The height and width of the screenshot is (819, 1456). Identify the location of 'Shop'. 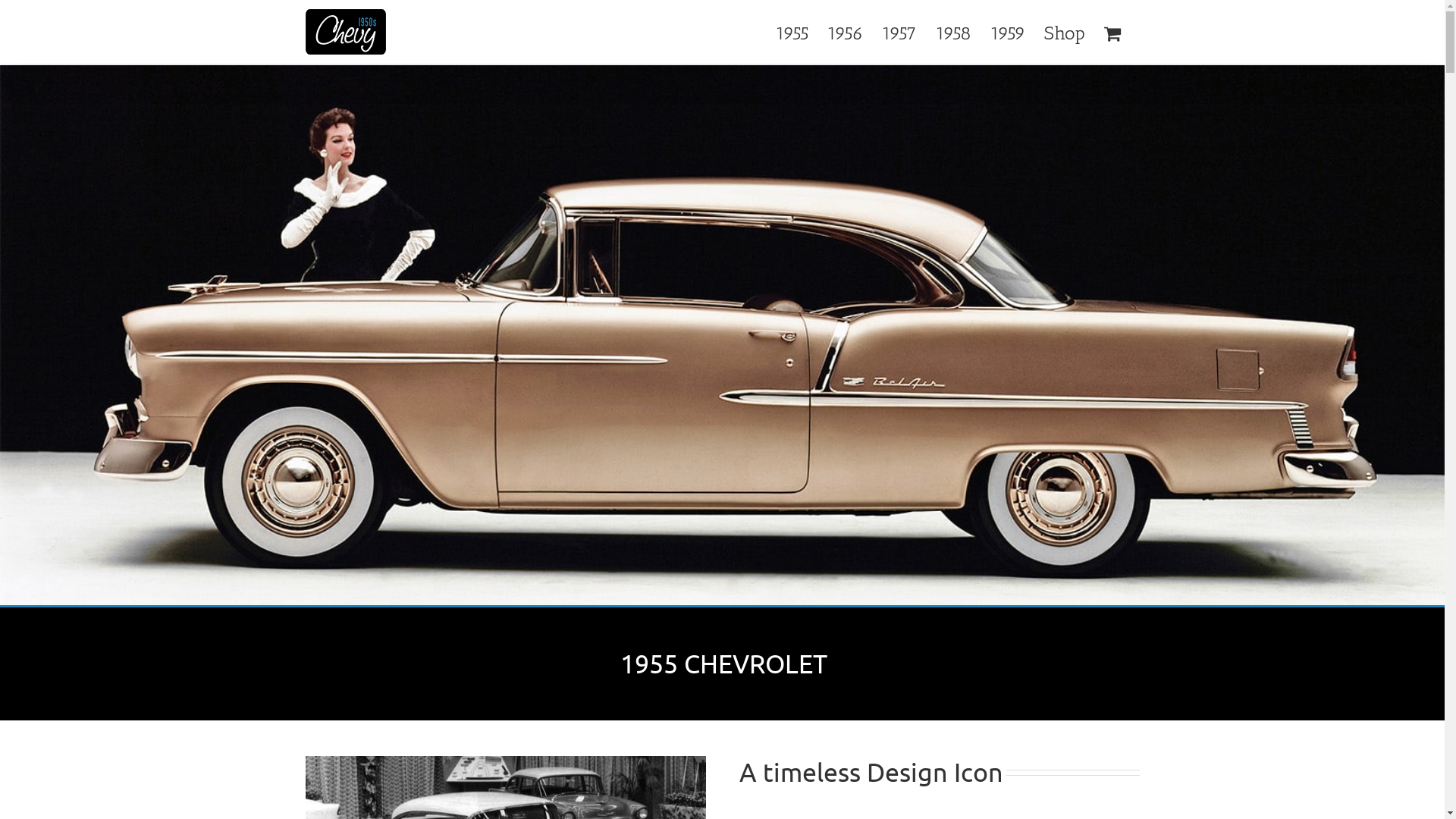
(1062, 32).